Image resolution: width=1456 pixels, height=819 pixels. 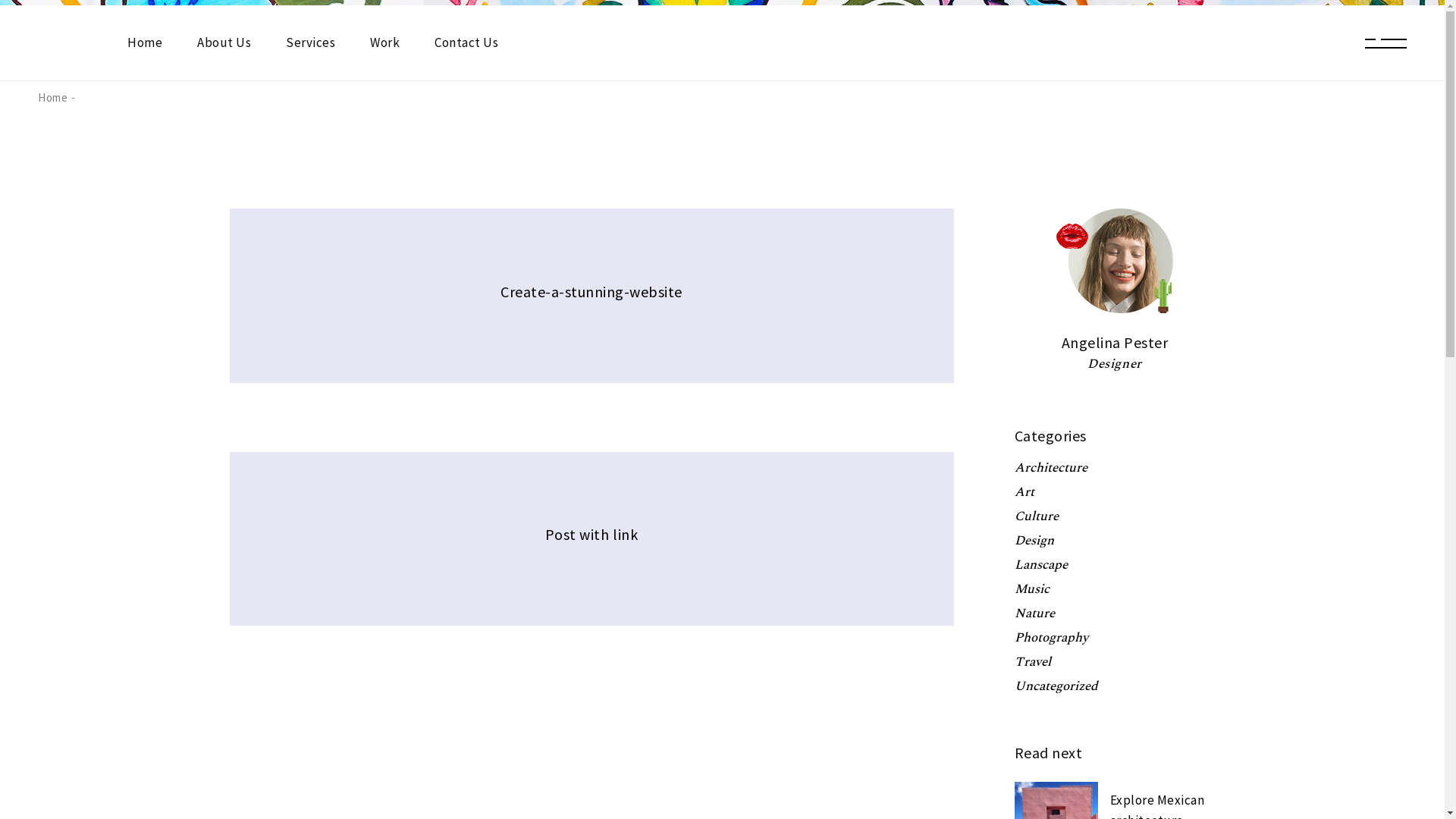 I want to click on 'Nature', so click(x=1015, y=613).